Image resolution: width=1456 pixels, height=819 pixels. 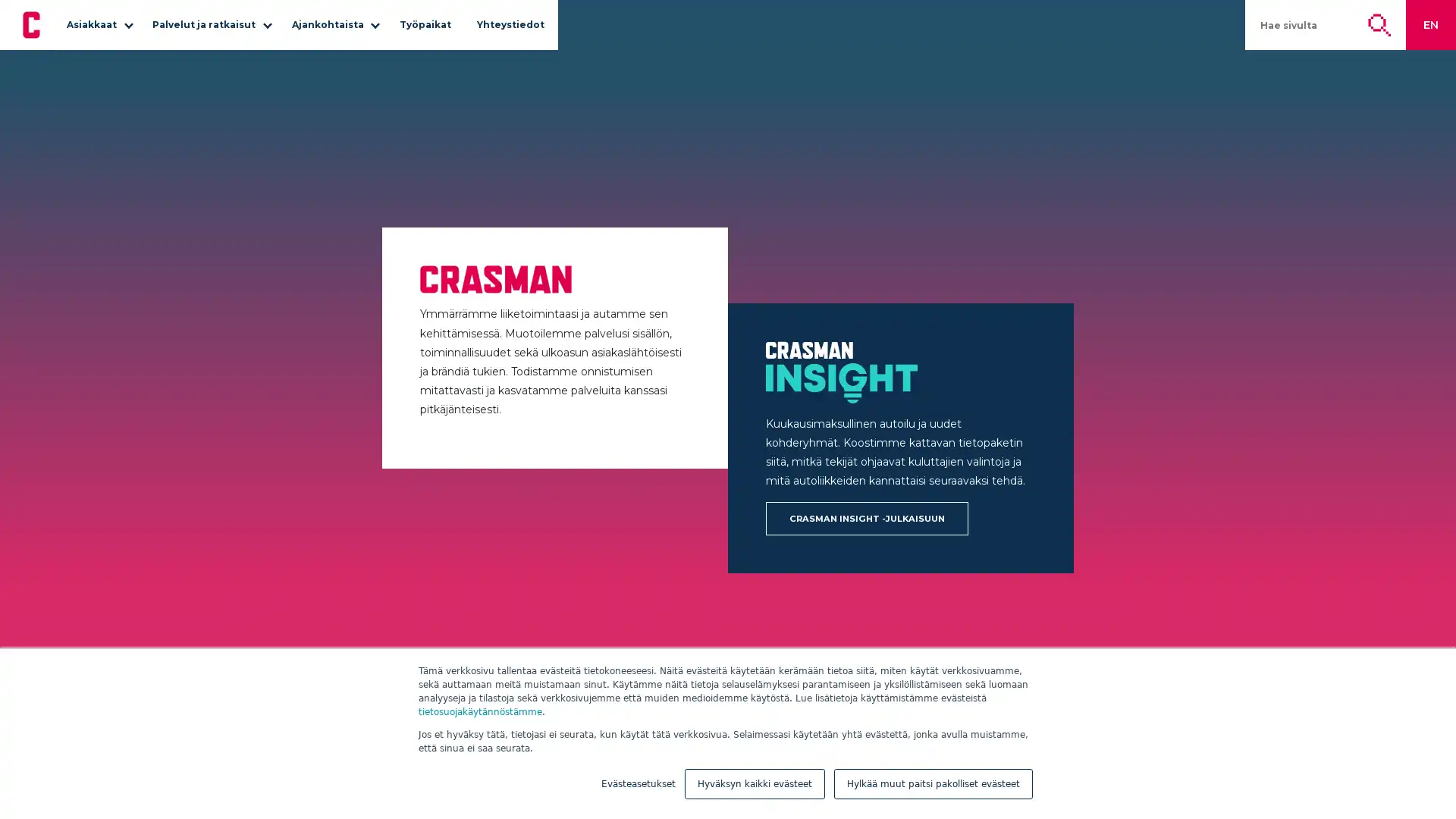 What do you see at coordinates (755, 783) in the screenshot?
I see `Hyvaksyn kaikki evasteet` at bounding box center [755, 783].